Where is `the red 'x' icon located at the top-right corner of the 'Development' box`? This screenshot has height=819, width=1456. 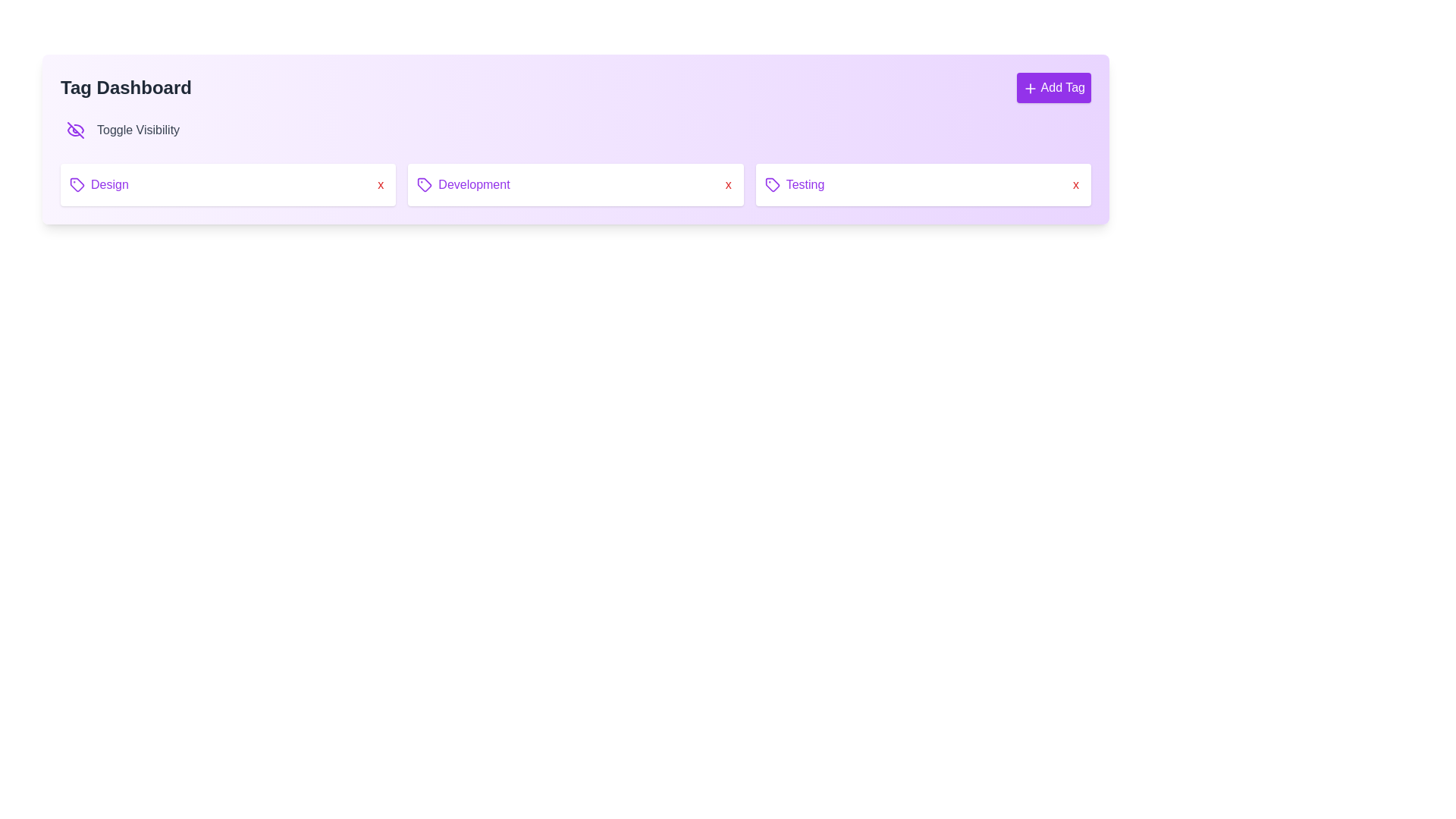
the red 'x' icon located at the top-right corner of the 'Development' box is located at coordinates (728, 184).